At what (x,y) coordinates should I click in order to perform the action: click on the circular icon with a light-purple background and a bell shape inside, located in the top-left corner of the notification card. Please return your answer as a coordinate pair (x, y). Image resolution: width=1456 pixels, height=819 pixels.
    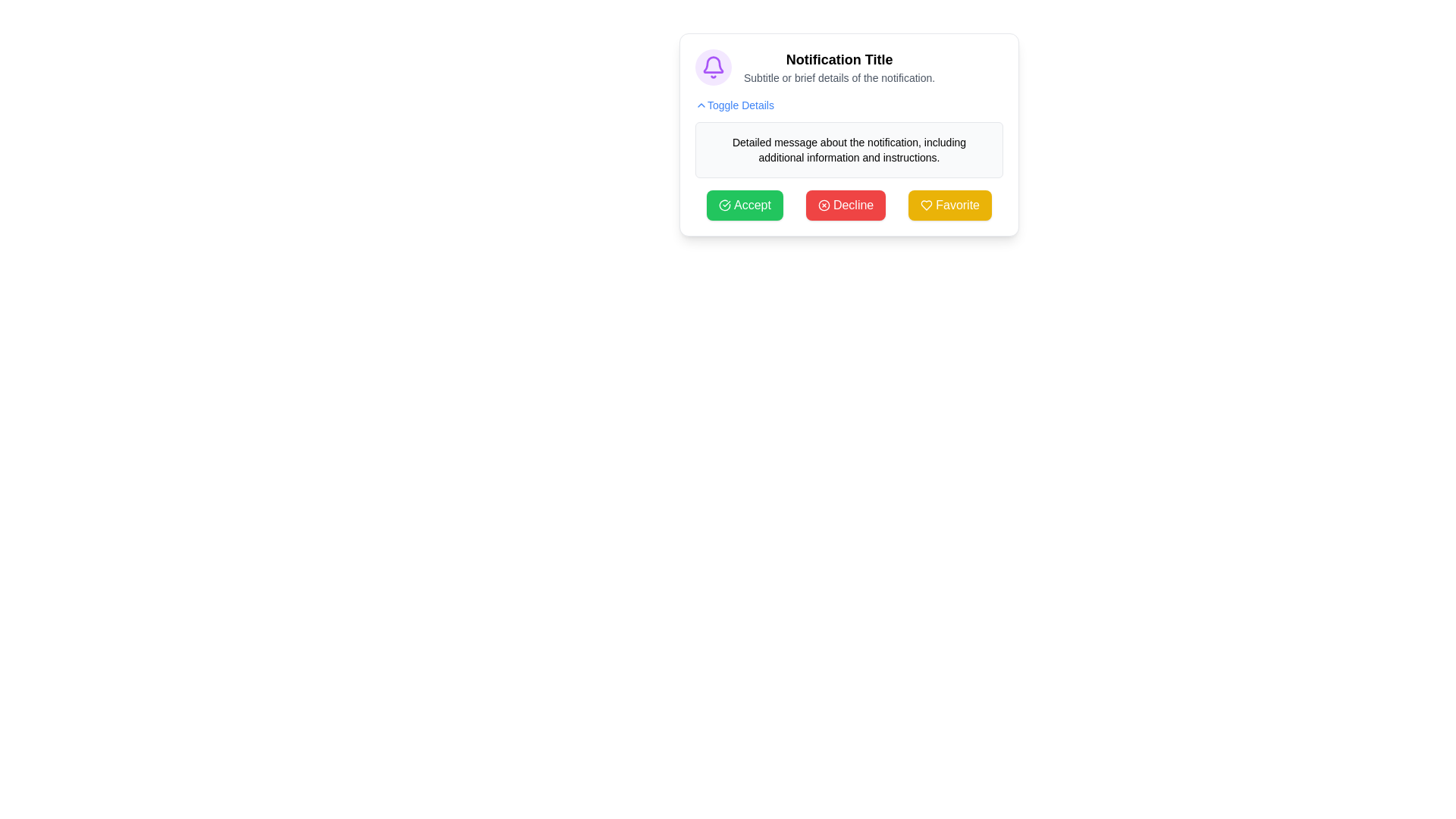
    Looking at the image, I should click on (712, 66).